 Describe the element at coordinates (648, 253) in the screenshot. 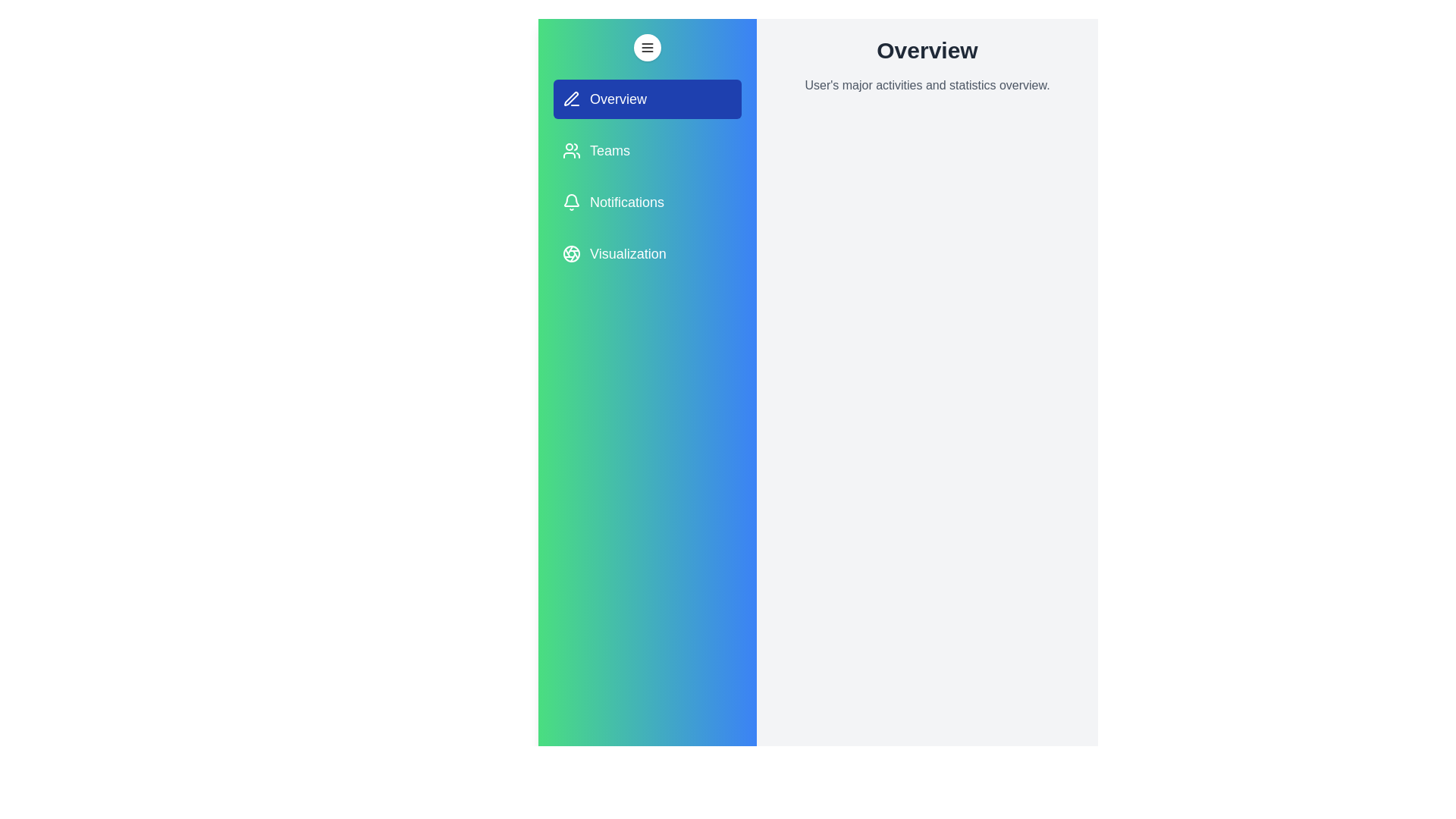

I see `the drawer elements to observe highlights. The element to hover over is specified by the parameter Visualization` at that location.